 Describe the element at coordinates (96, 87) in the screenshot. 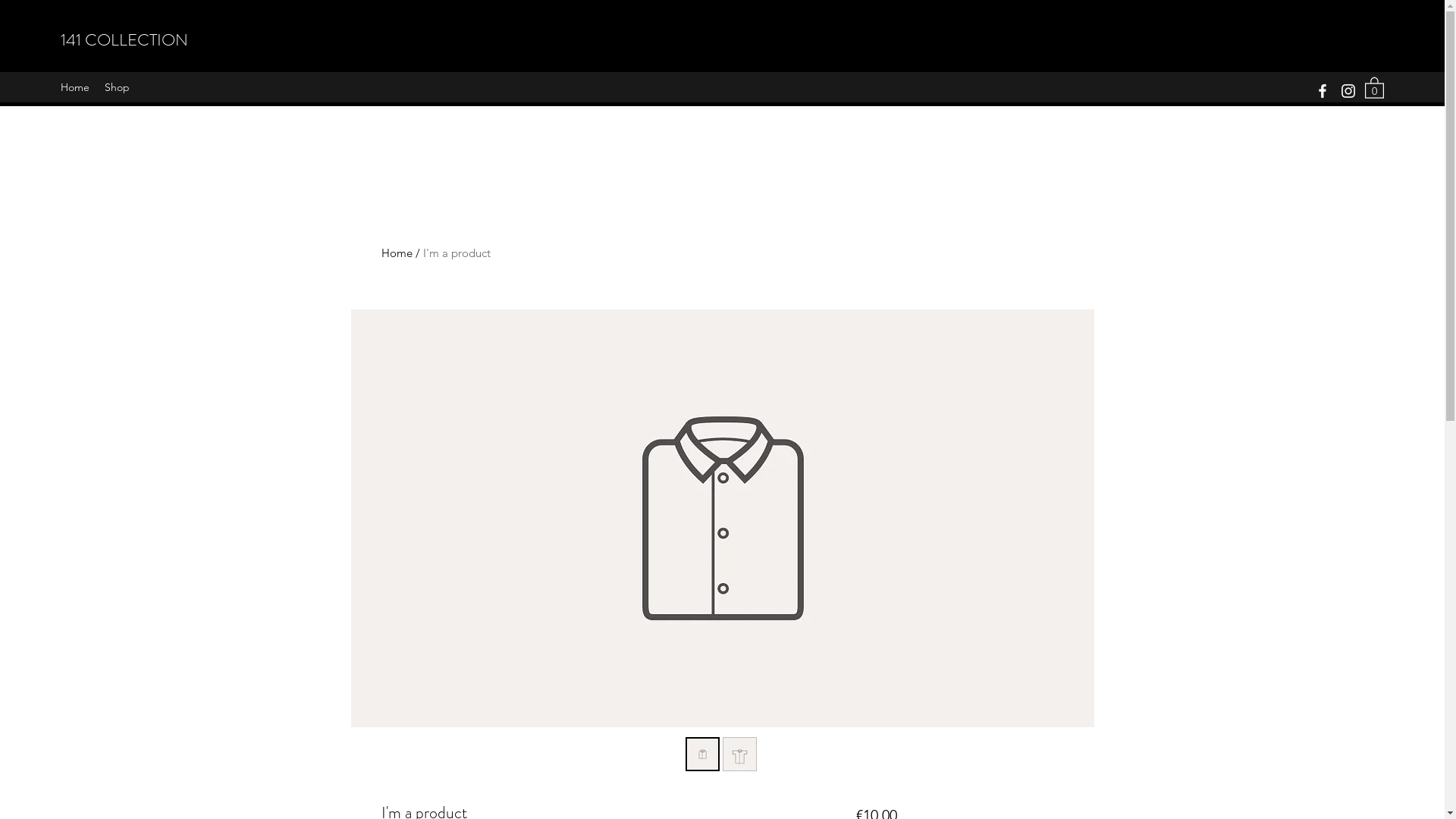

I see `'Shop'` at that location.